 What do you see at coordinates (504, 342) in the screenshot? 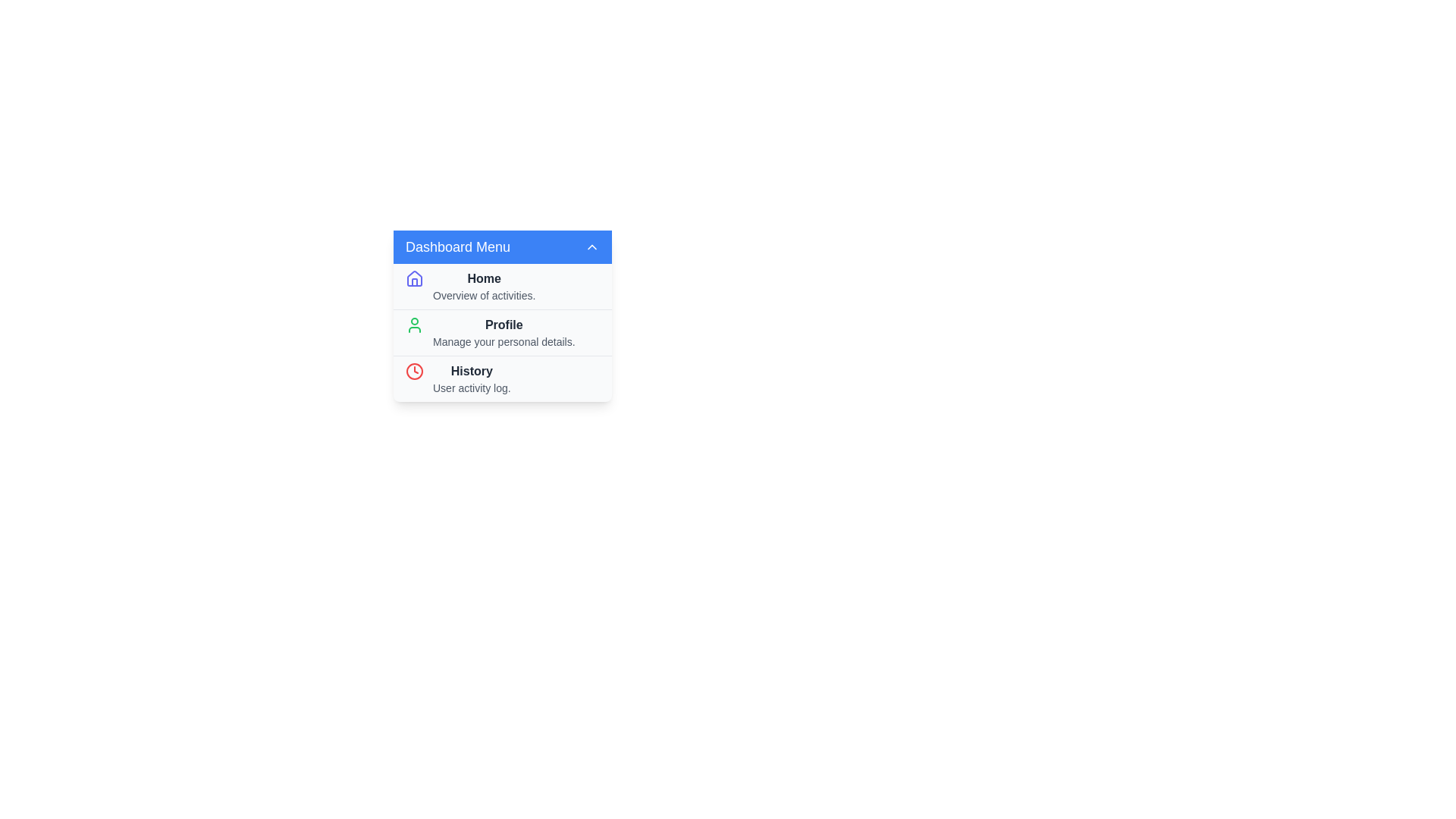
I see `static text 'Manage your personal details.' which is displayed in a small gray font beneath the 'Profile' section of the dashboard menu` at bounding box center [504, 342].